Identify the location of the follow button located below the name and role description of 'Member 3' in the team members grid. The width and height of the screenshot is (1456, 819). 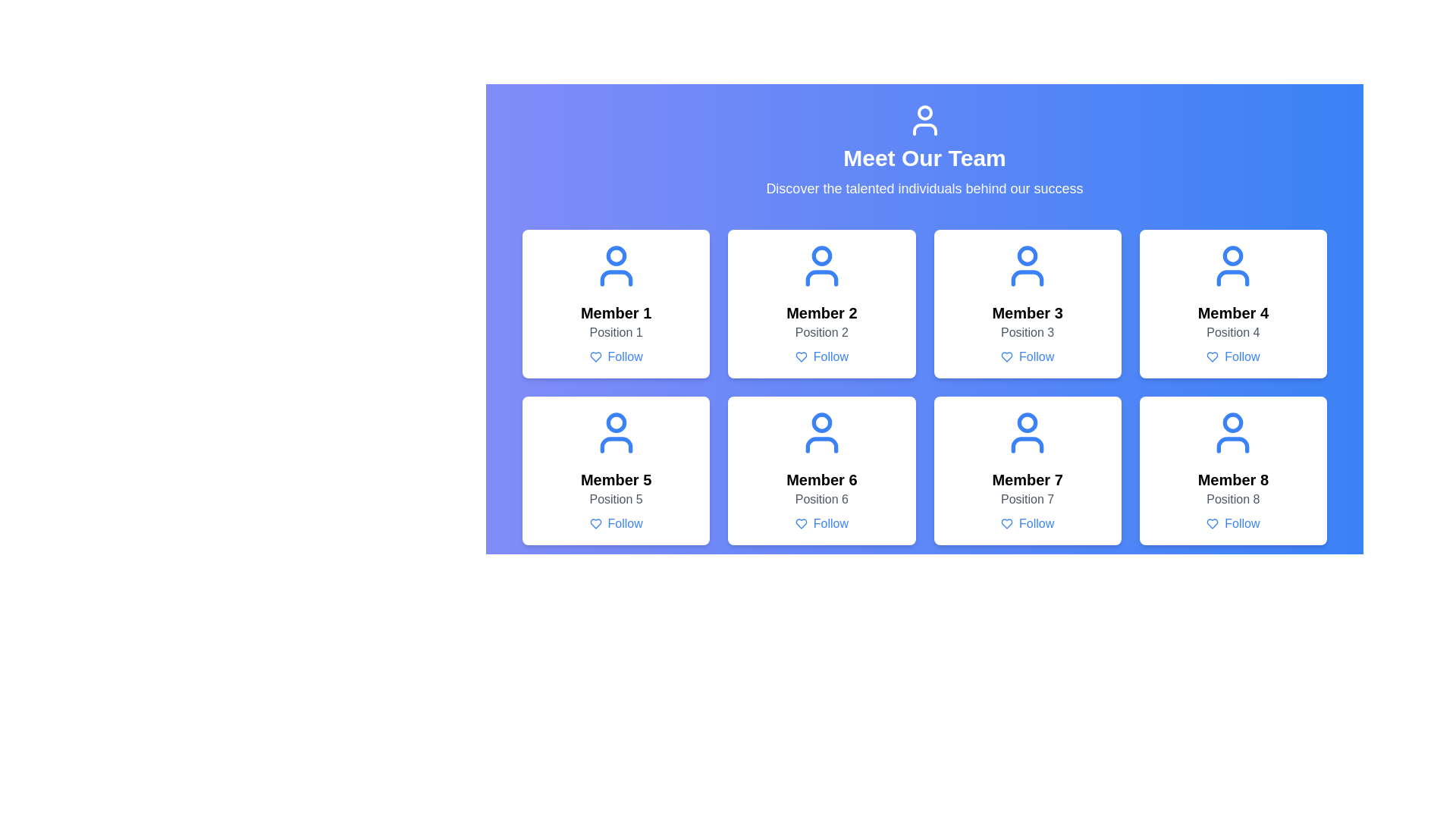
(1036, 356).